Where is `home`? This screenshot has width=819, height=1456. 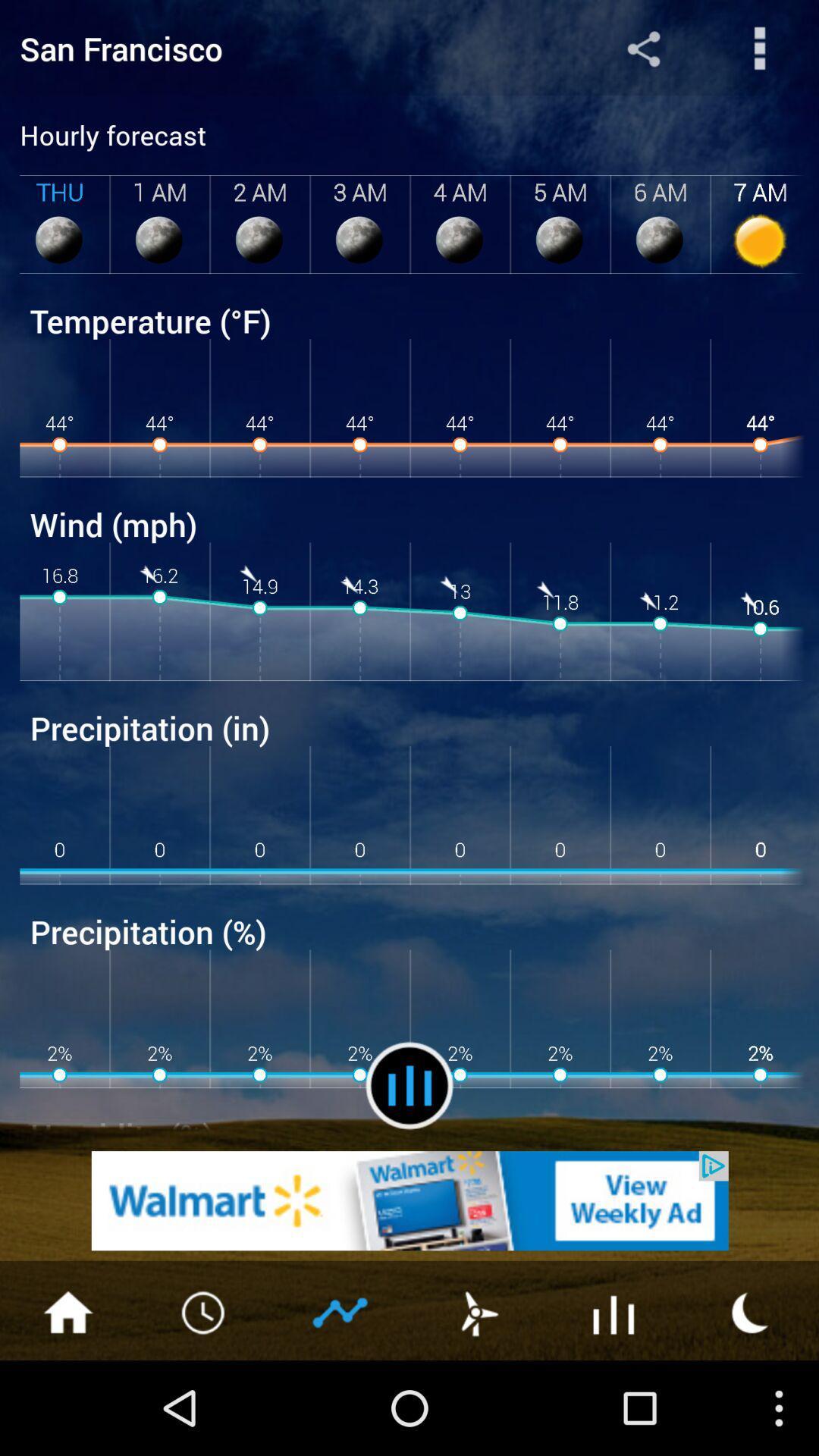 home is located at coordinates (67, 1310).